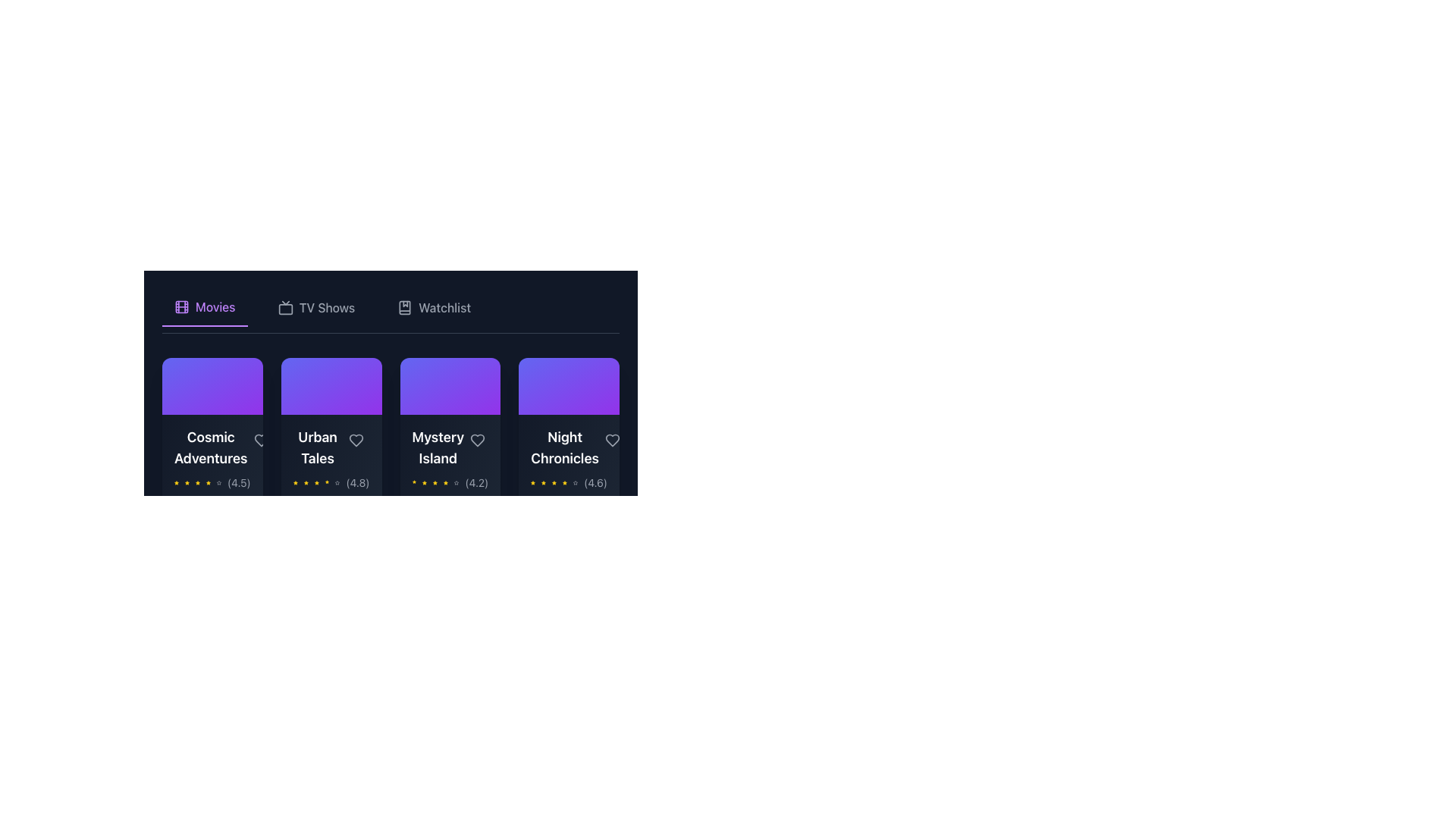 This screenshot has width=1456, height=819. I want to click on the heart icon button located in the bottom-right corner of the 'Cosmic Adventures' item card, so click(261, 440).